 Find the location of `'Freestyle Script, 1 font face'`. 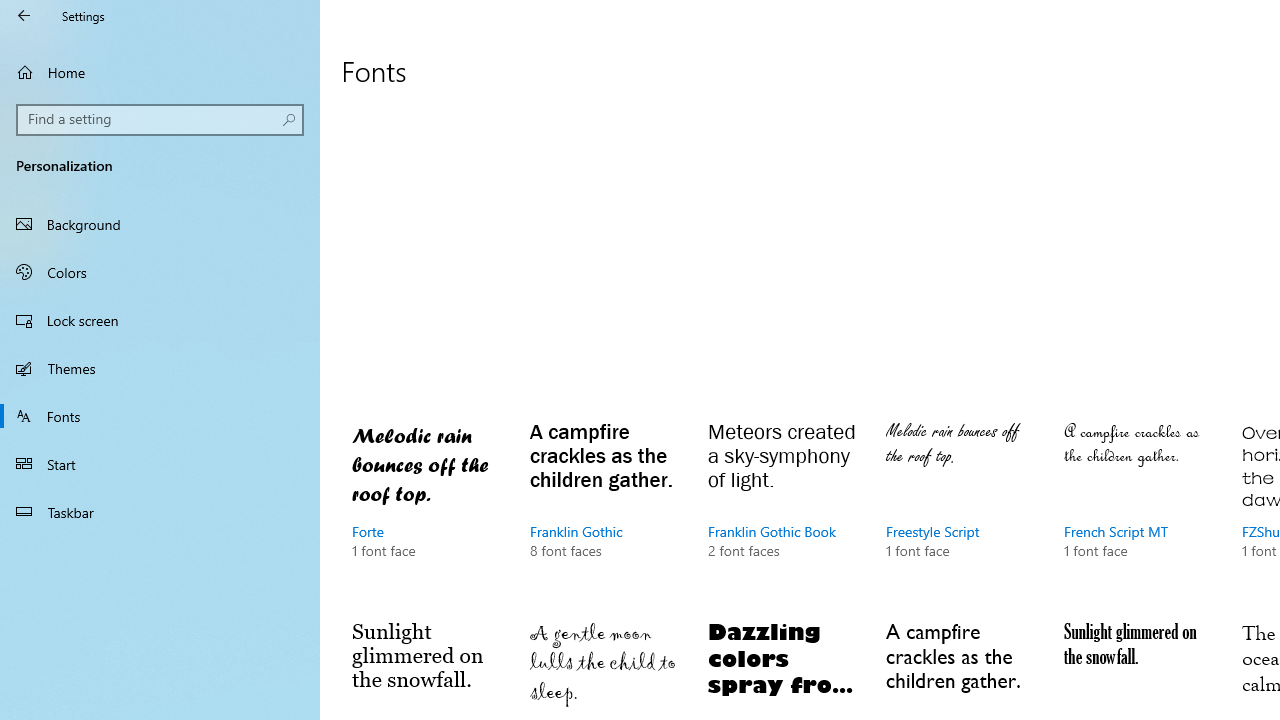

'Freestyle Script, 1 font face' is located at coordinates (961, 508).